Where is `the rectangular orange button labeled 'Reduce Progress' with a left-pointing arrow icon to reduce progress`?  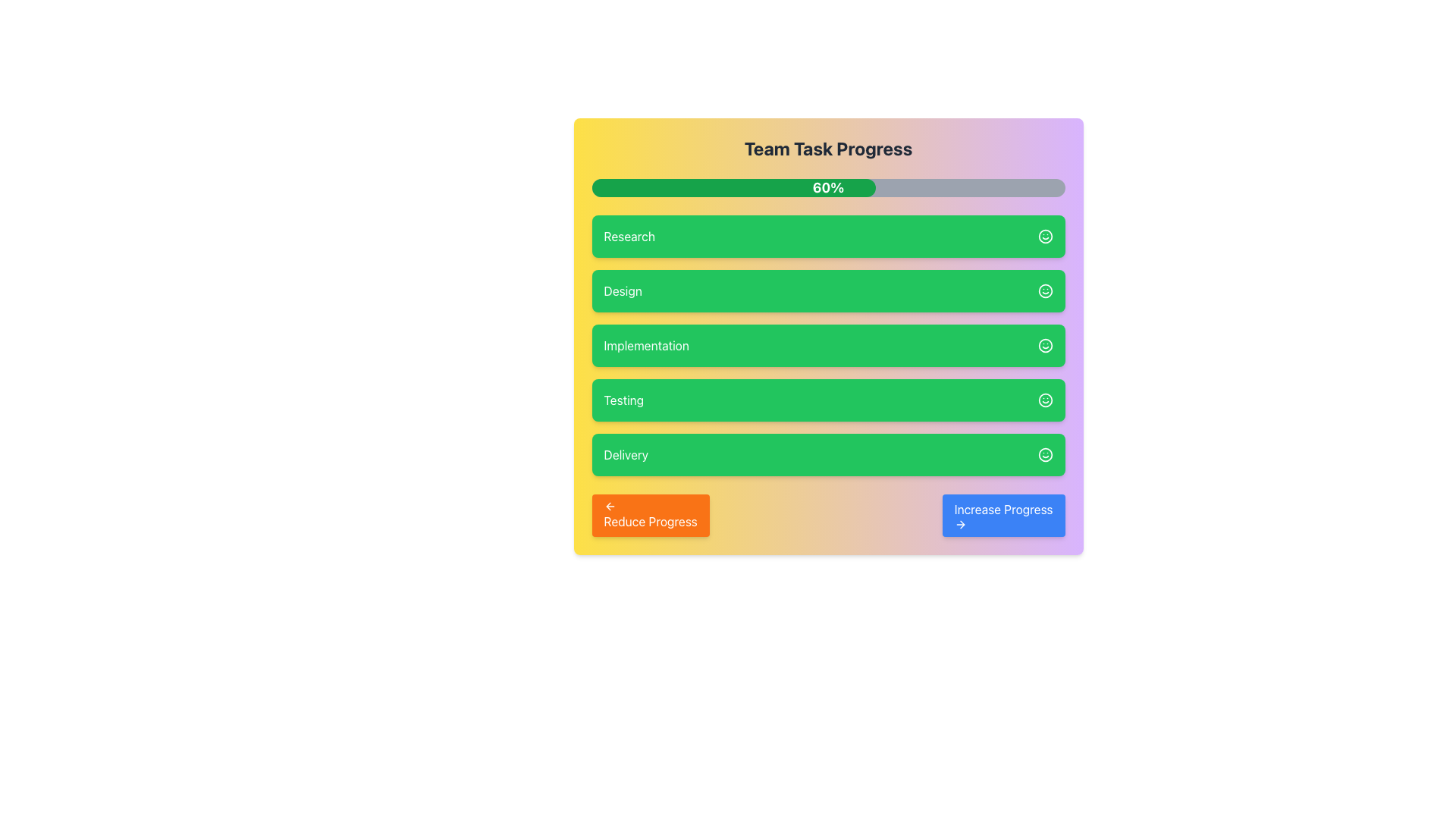
the rectangular orange button labeled 'Reduce Progress' with a left-pointing arrow icon to reduce progress is located at coordinates (651, 514).